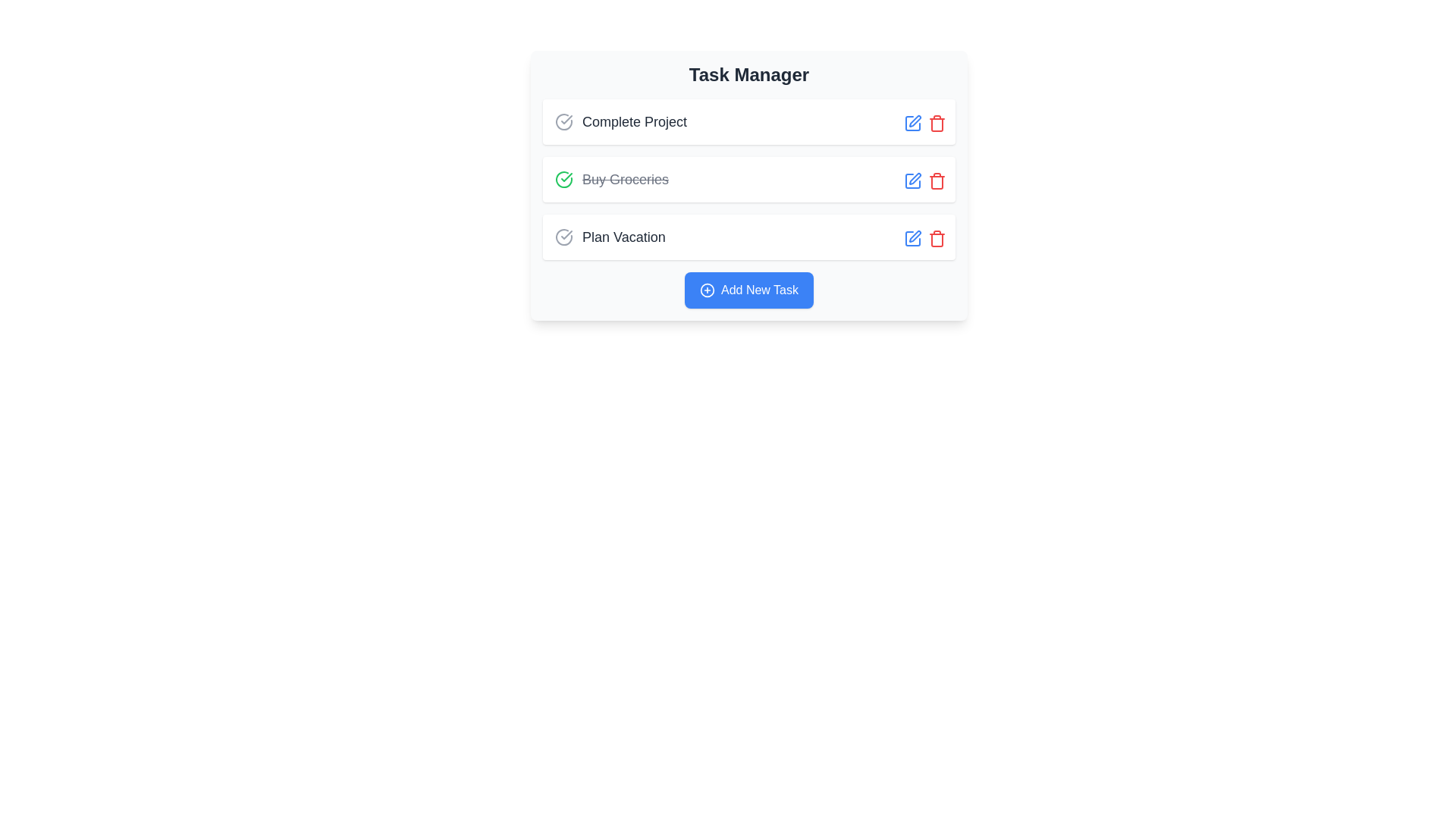  What do you see at coordinates (635, 121) in the screenshot?
I see `the title label of the topmost task in the task list, which is positioned to the right of a circular status icon` at bounding box center [635, 121].